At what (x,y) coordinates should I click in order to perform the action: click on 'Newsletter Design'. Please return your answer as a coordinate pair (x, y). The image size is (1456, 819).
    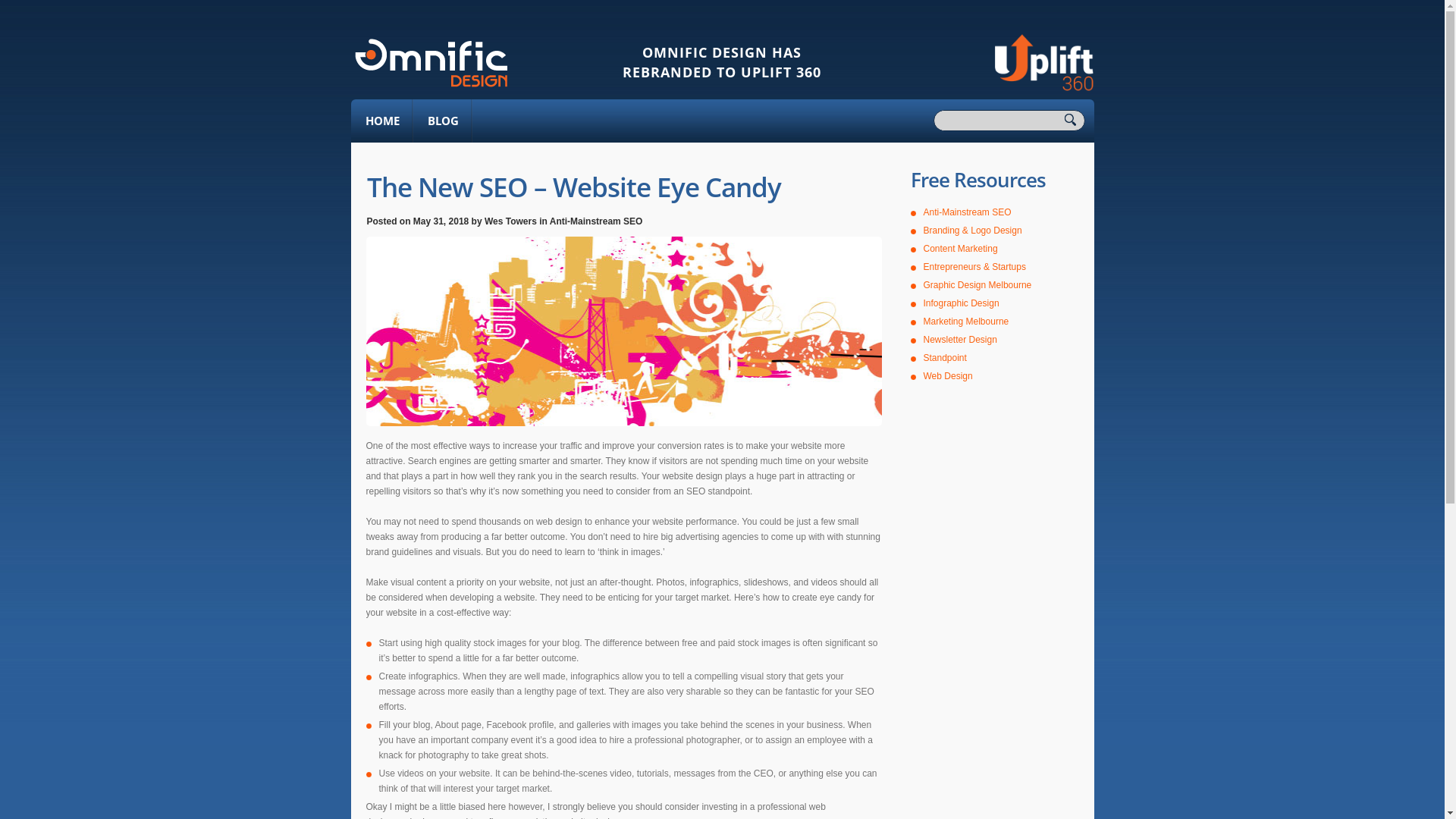
    Looking at the image, I should click on (959, 338).